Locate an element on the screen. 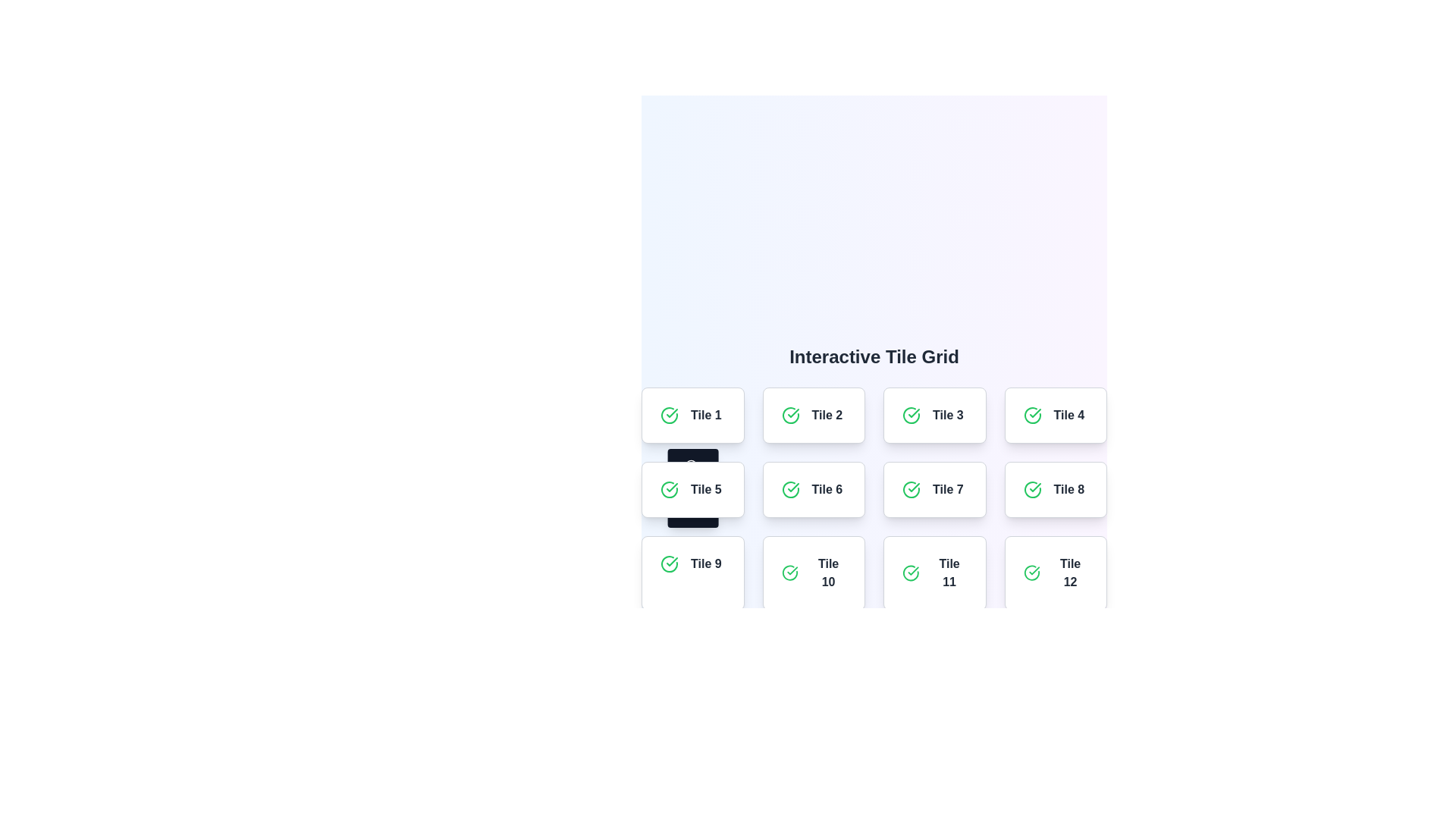 This screenshot has height=819, width=1456. the fourth tile in the first row of the grid layout is located at coordinates (1055, 415).